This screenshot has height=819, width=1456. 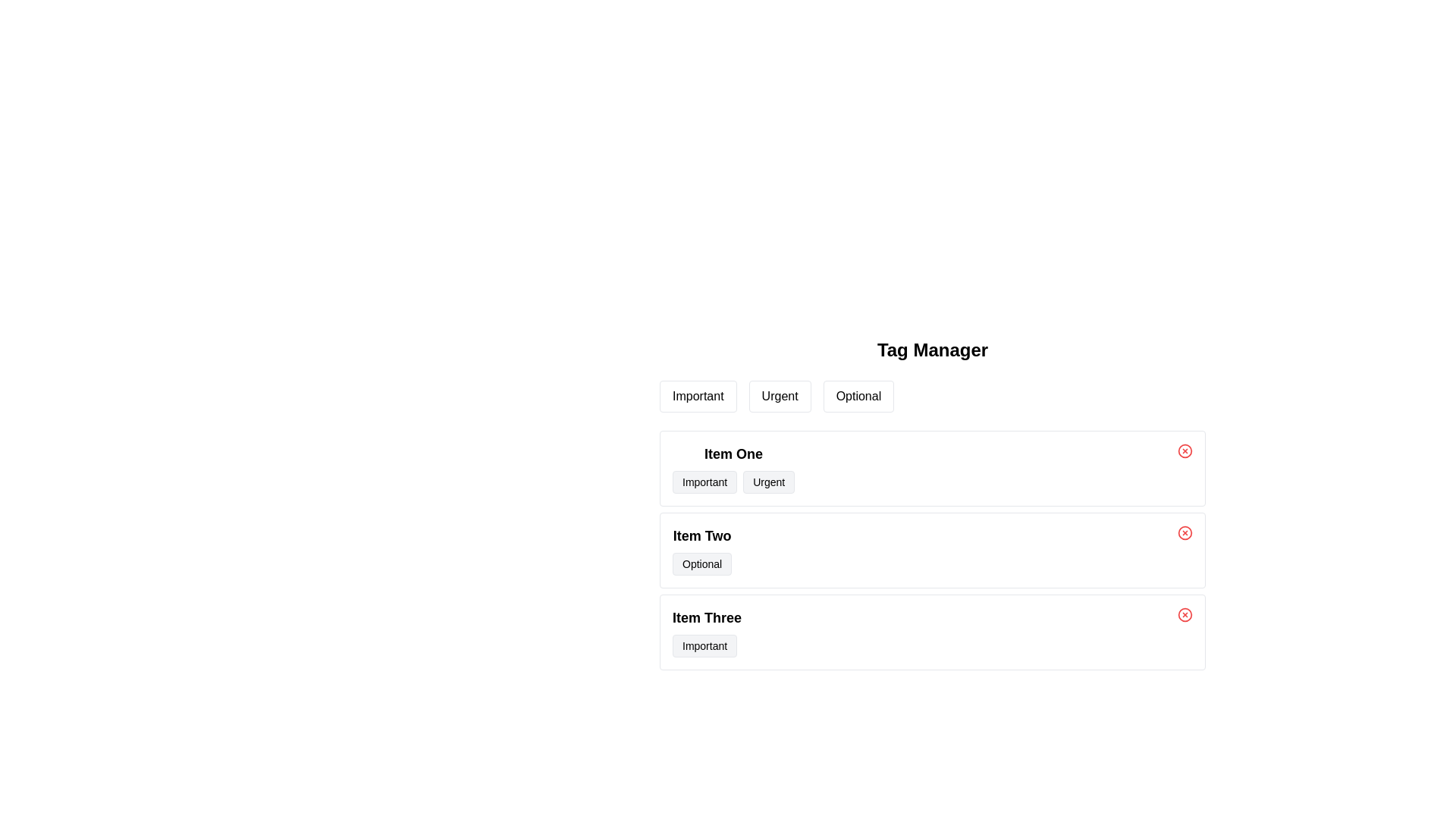 What do you see at coordinates (704, 482) in the screenshot?
I see `the Tag label indicating the importance of 'Item One', which is the first tag among its siblings and positioned directly below the 'Item One' header` at bounding box center [704, 482].